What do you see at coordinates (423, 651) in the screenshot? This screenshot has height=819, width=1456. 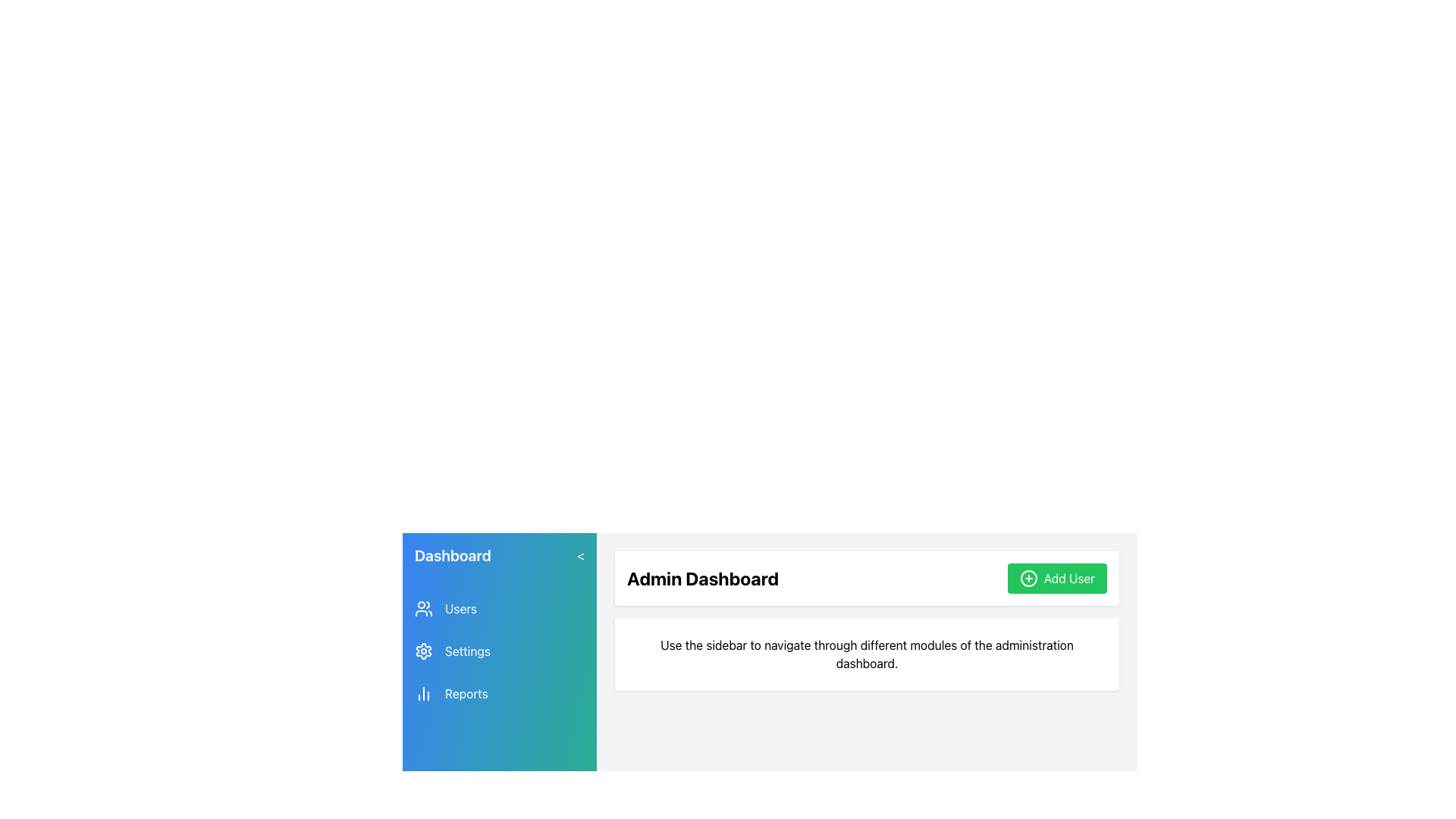 I see `the settings icon located in the second slot of the navigation menu on the left-hand sidebar` at bounding box center [423, 651].